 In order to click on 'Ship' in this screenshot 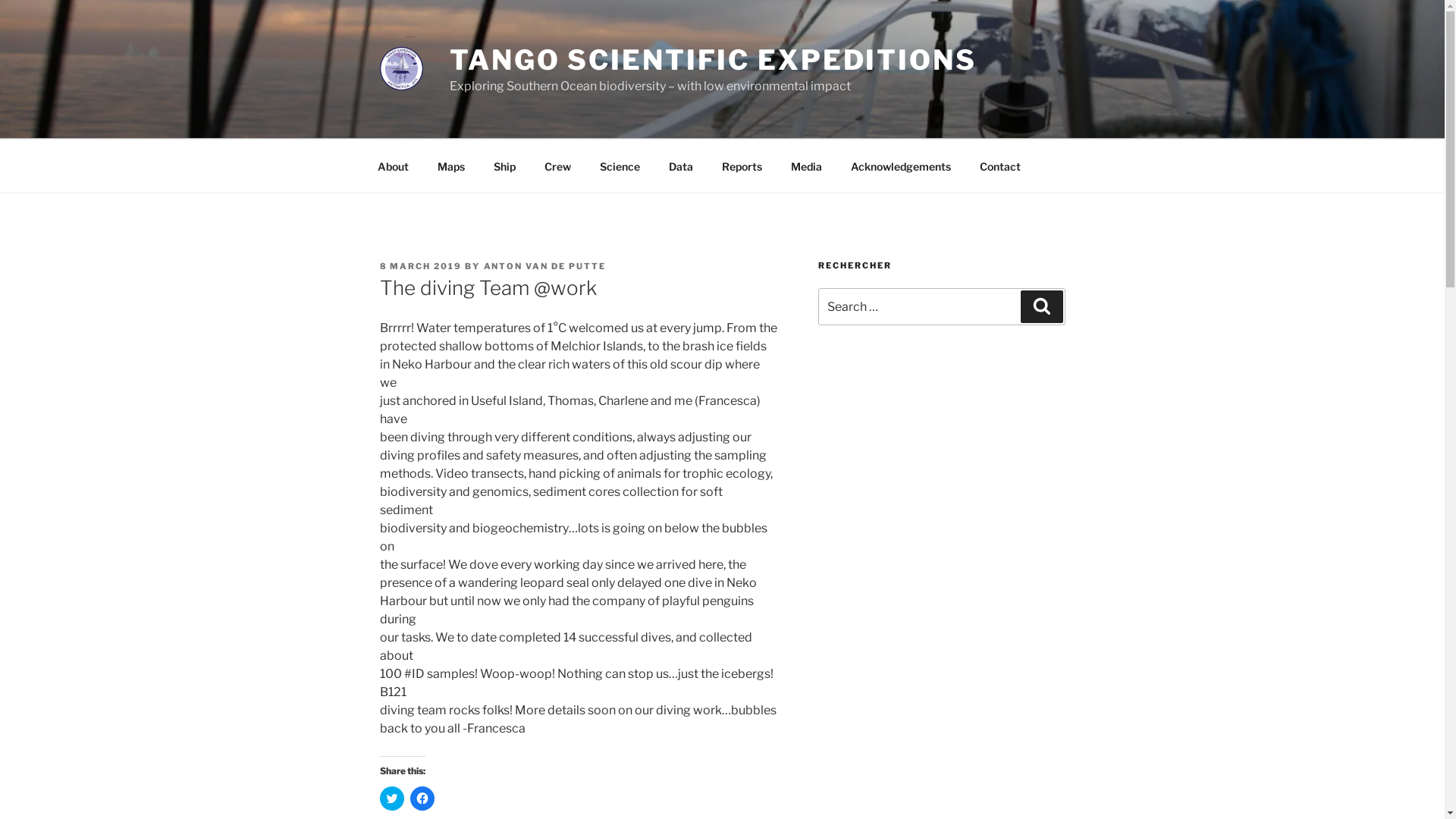, I will do `click(479, 165)`.